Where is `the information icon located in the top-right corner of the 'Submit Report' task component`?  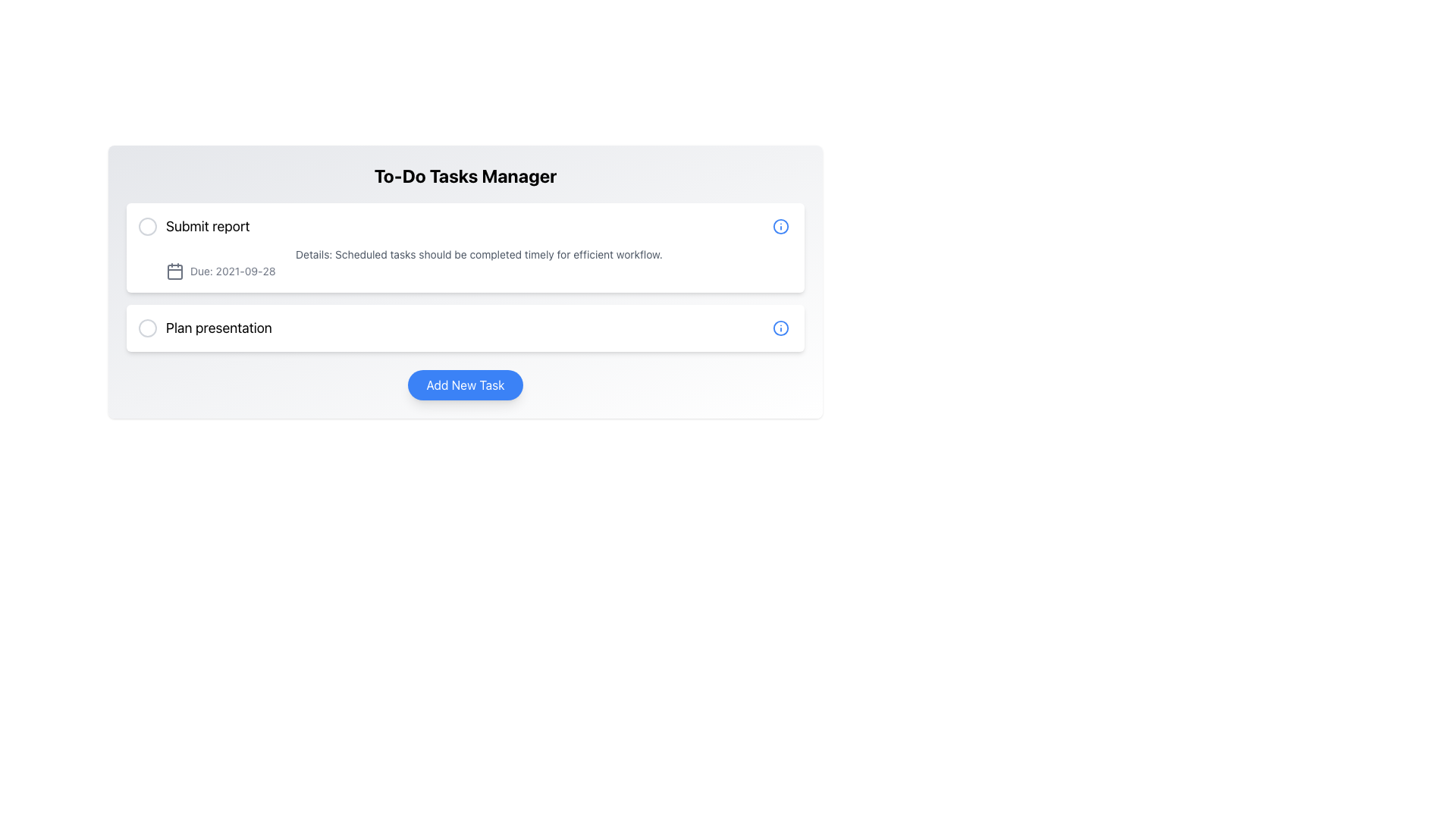
the information icon located in the top-right corner of the 'Submit Report' task component is located at coordinates (781, 227).